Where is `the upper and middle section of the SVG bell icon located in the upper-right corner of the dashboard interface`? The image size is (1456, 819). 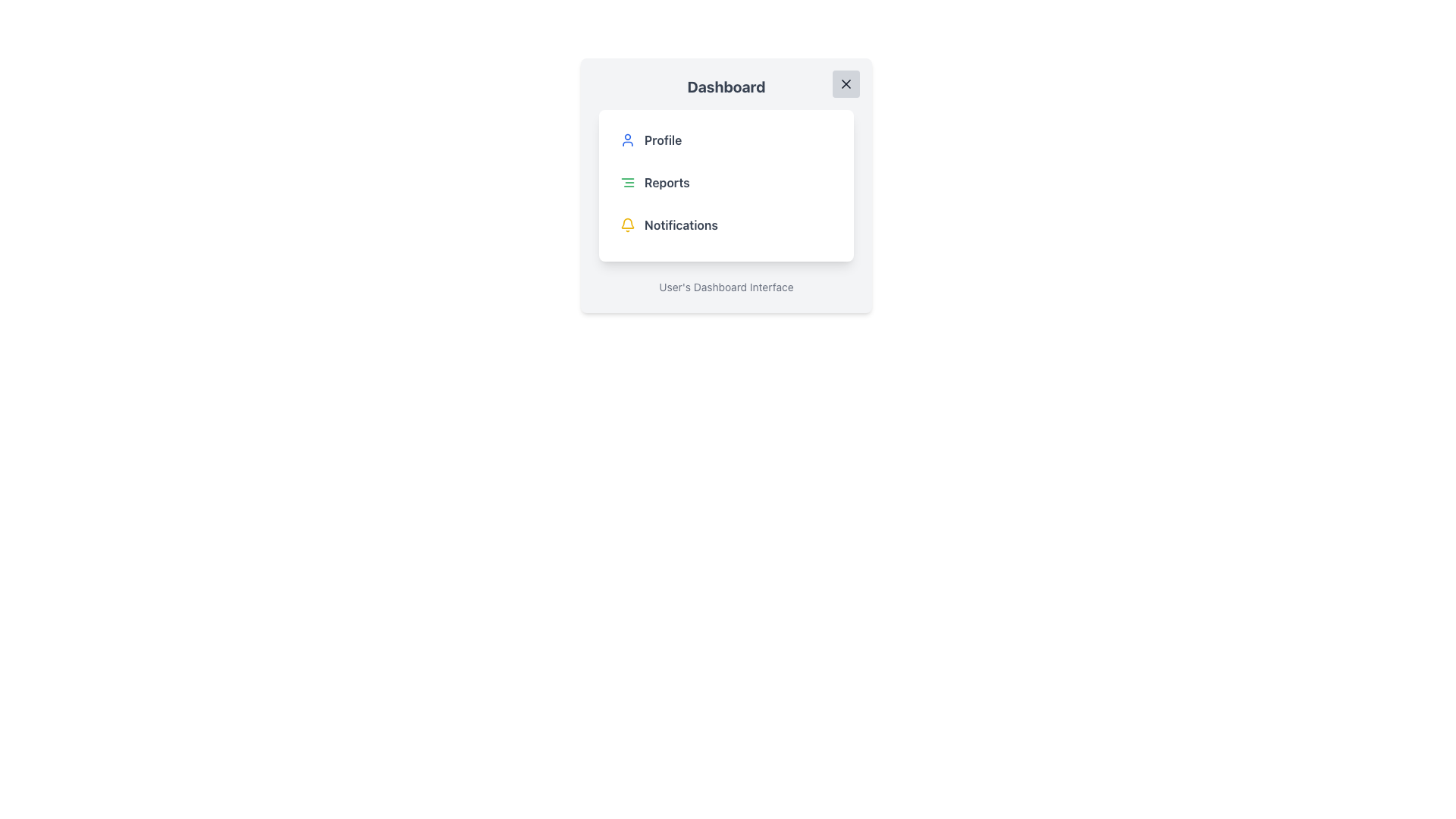 the upper and middle section of the SVG bell icon located in the upper-right corner of the dashboard interface is located at coordinates (628, 223).